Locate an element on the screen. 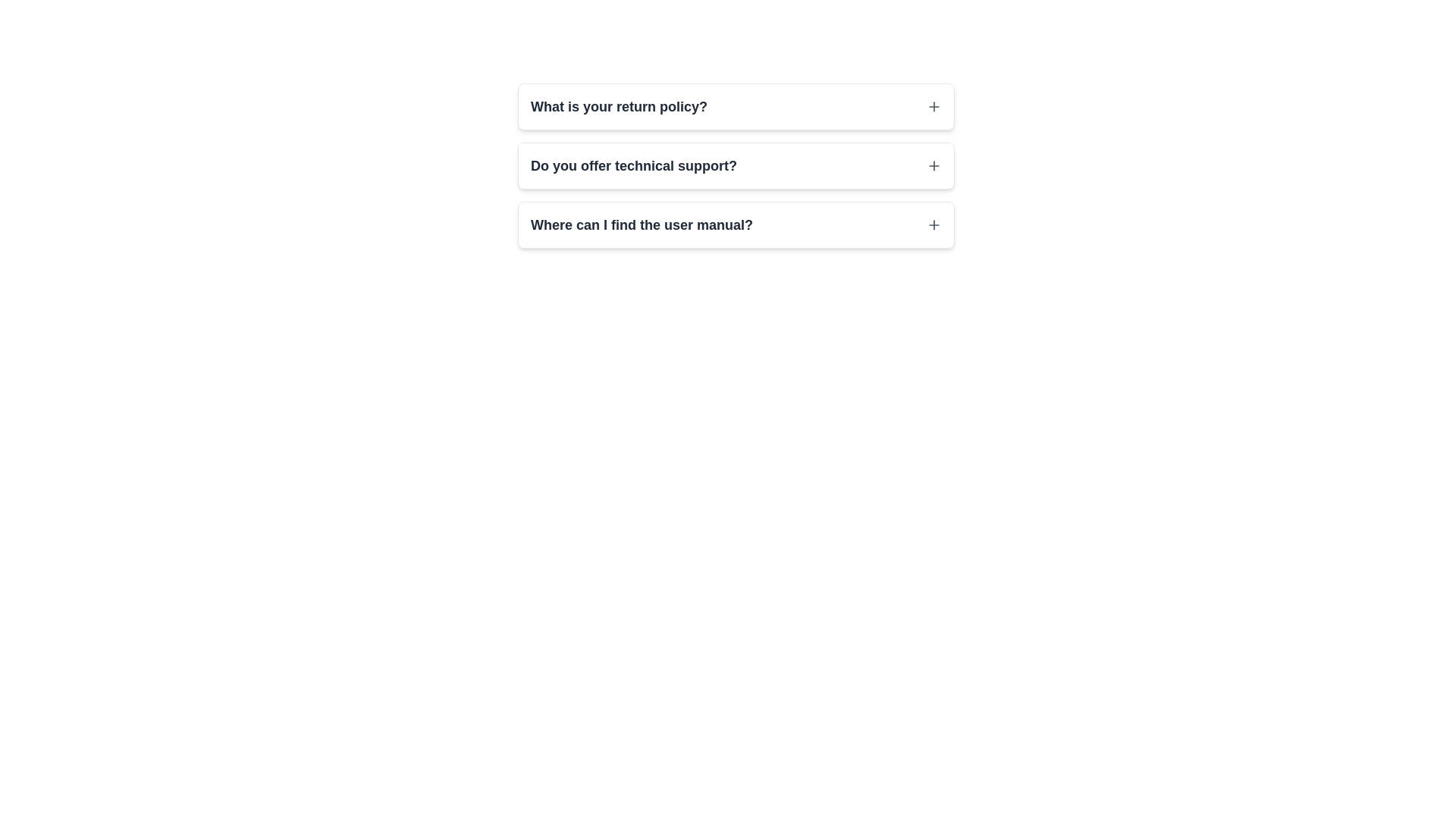  the collapsible question item labeled 'Where can I find the user manual?' is located at coordinates (736, 225).